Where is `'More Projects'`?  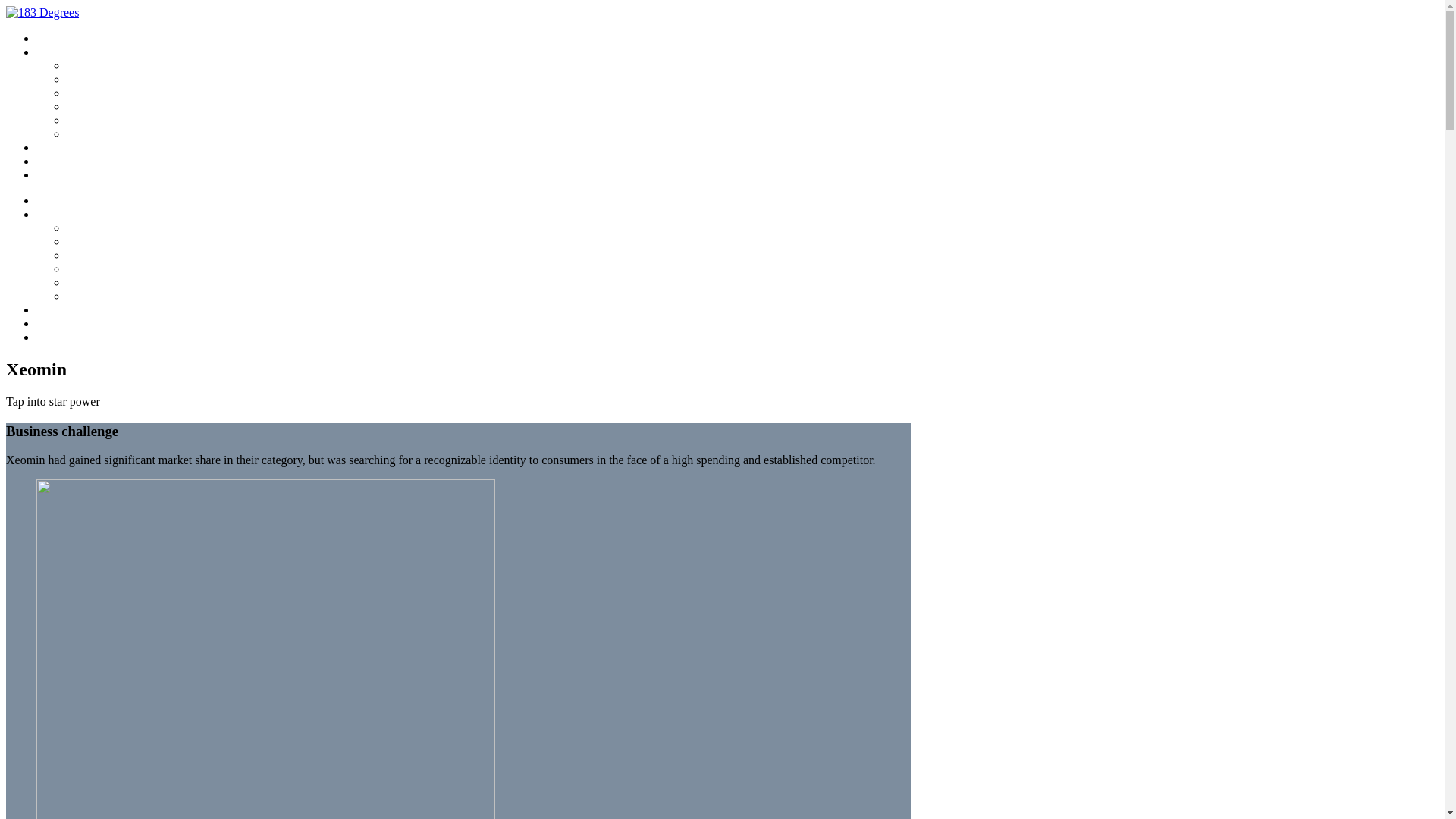
'More Projects' is located at coordinates (67, 309).